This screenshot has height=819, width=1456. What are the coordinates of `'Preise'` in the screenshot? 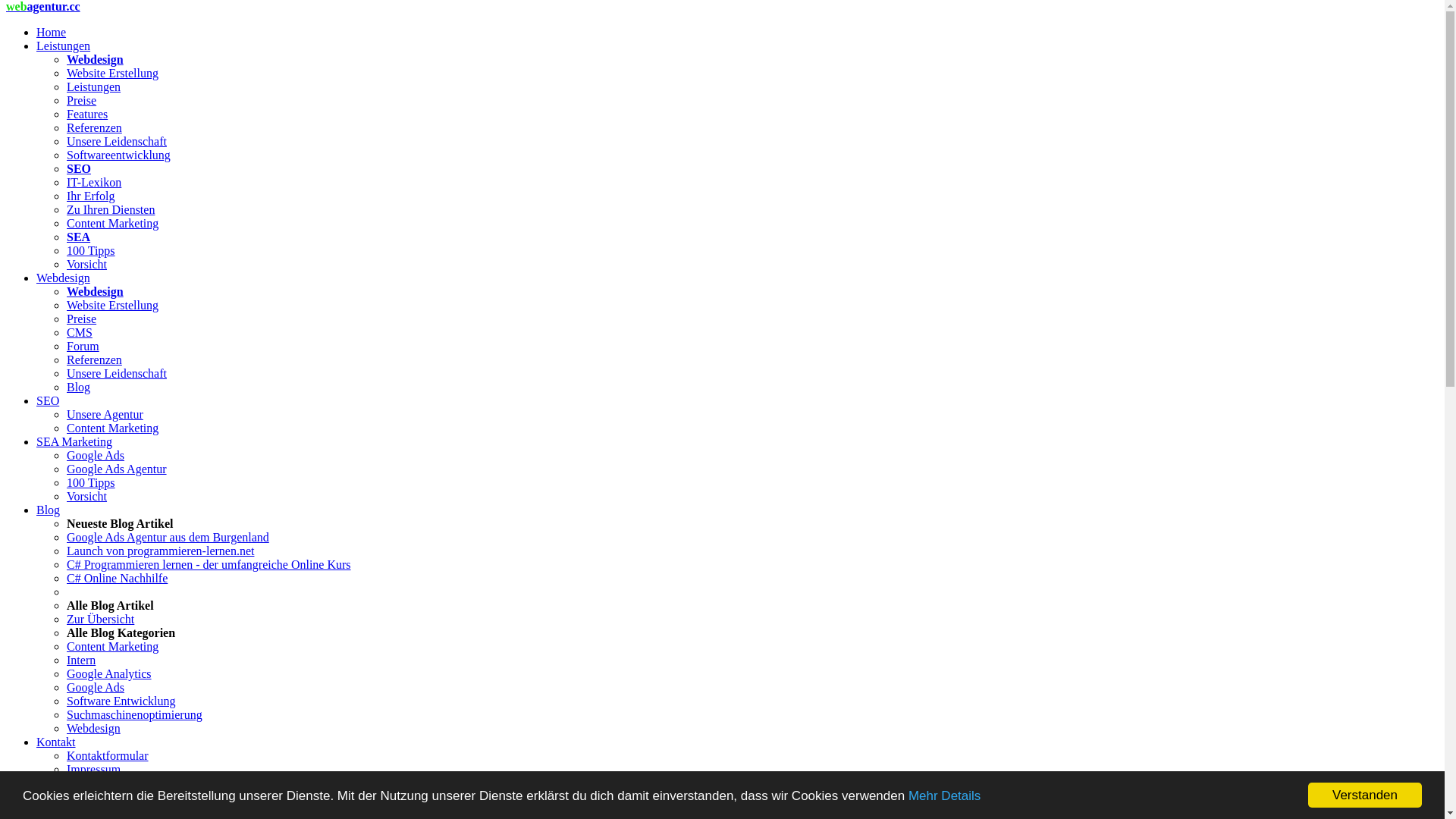 It's located at (80, 100).